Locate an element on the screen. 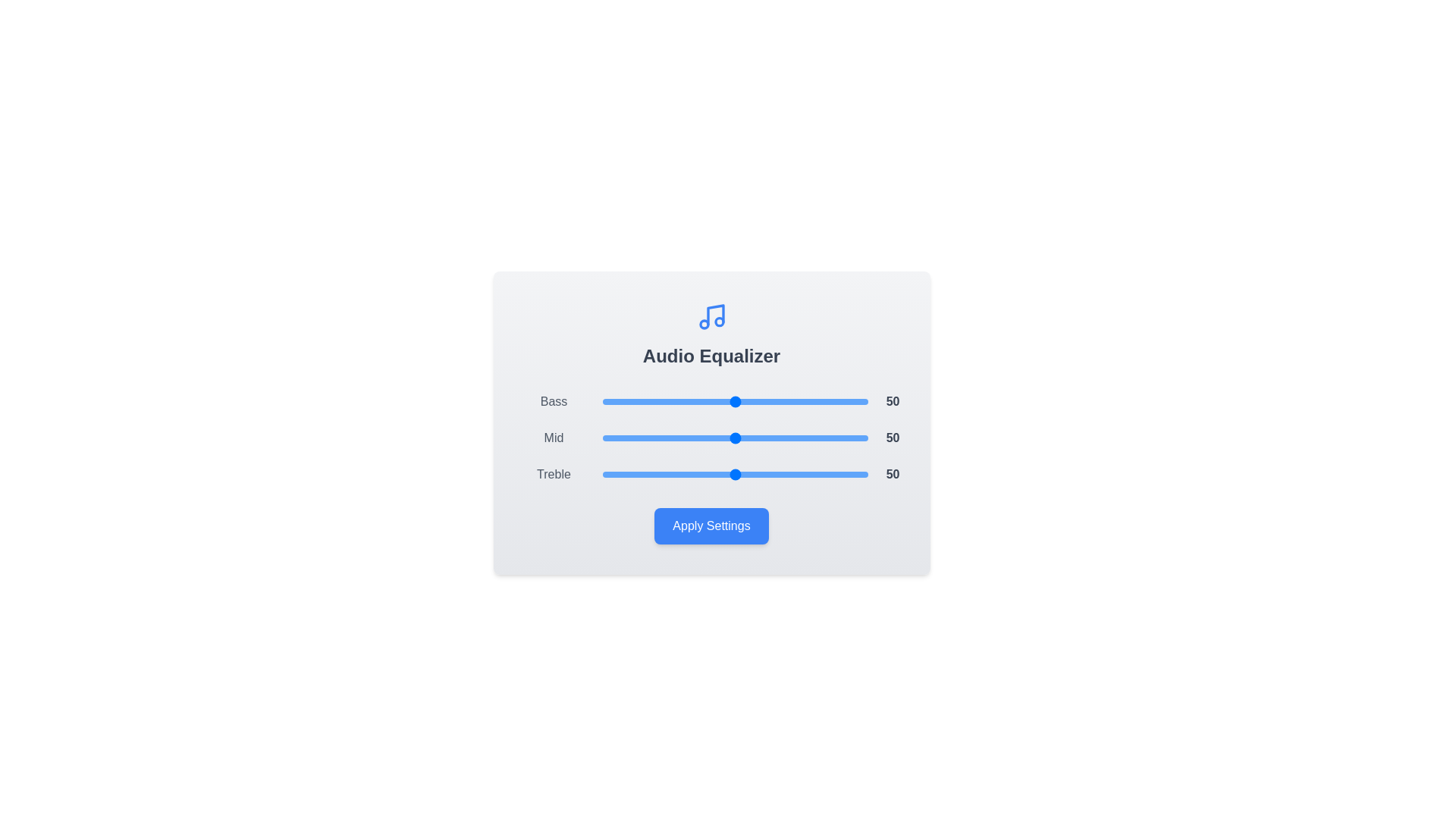 The height and width of the screenshot is (819, 1456). the 'Mid' slider to 41 is located at coordinates (711, 438).